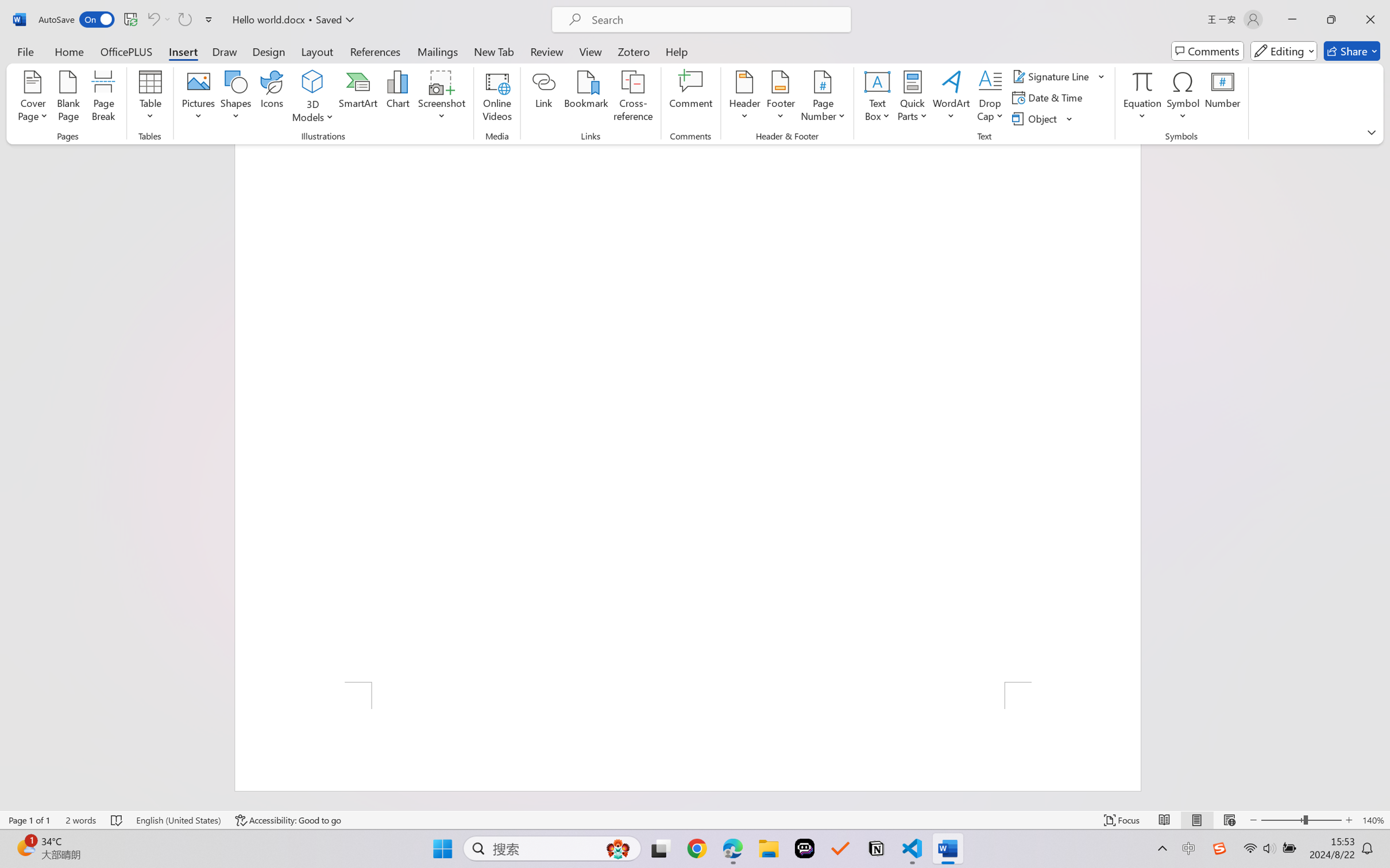  I want to click on 'Zoom', so click(1302, 820).